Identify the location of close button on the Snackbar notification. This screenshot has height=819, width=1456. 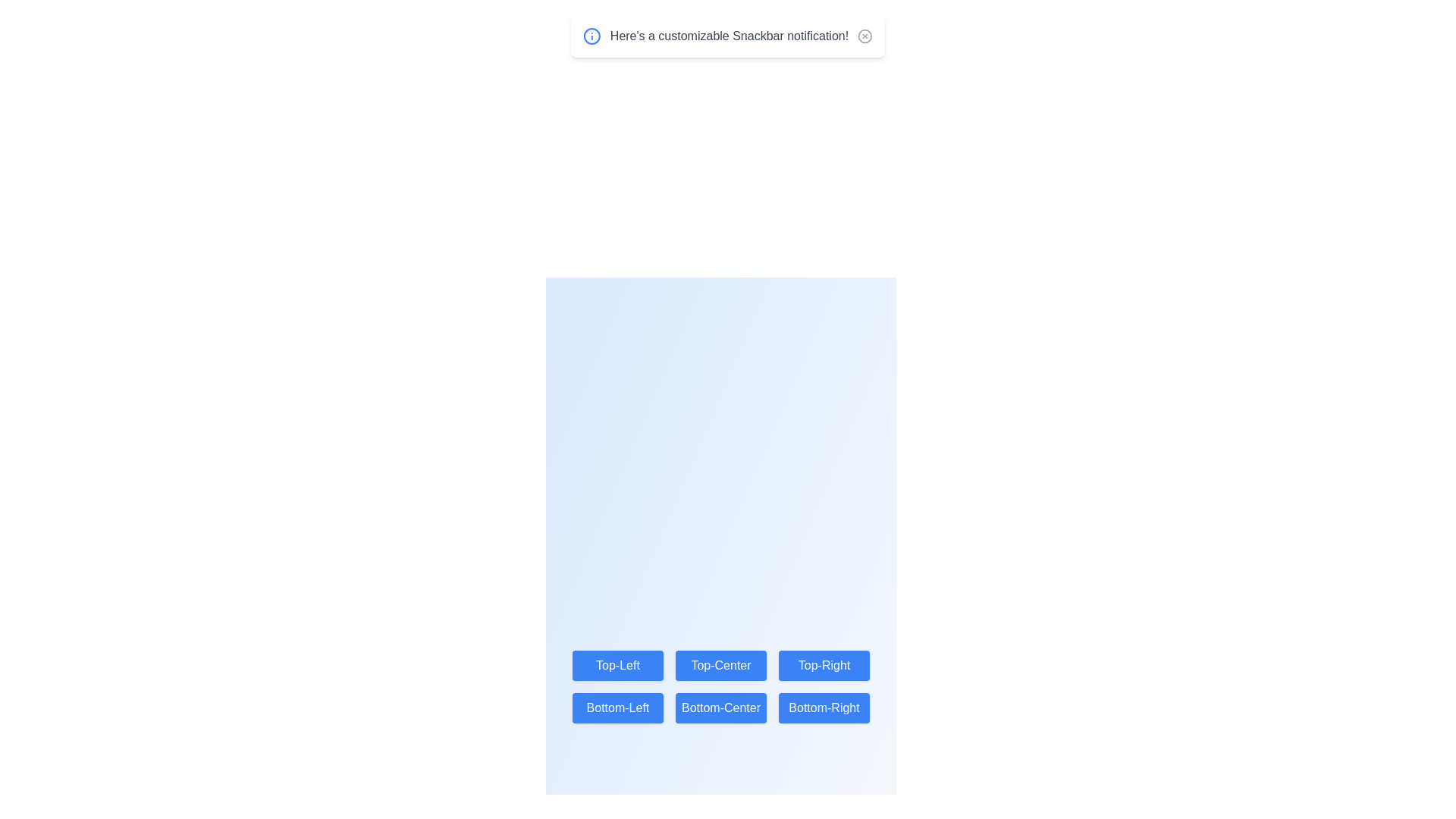
(865, 35).